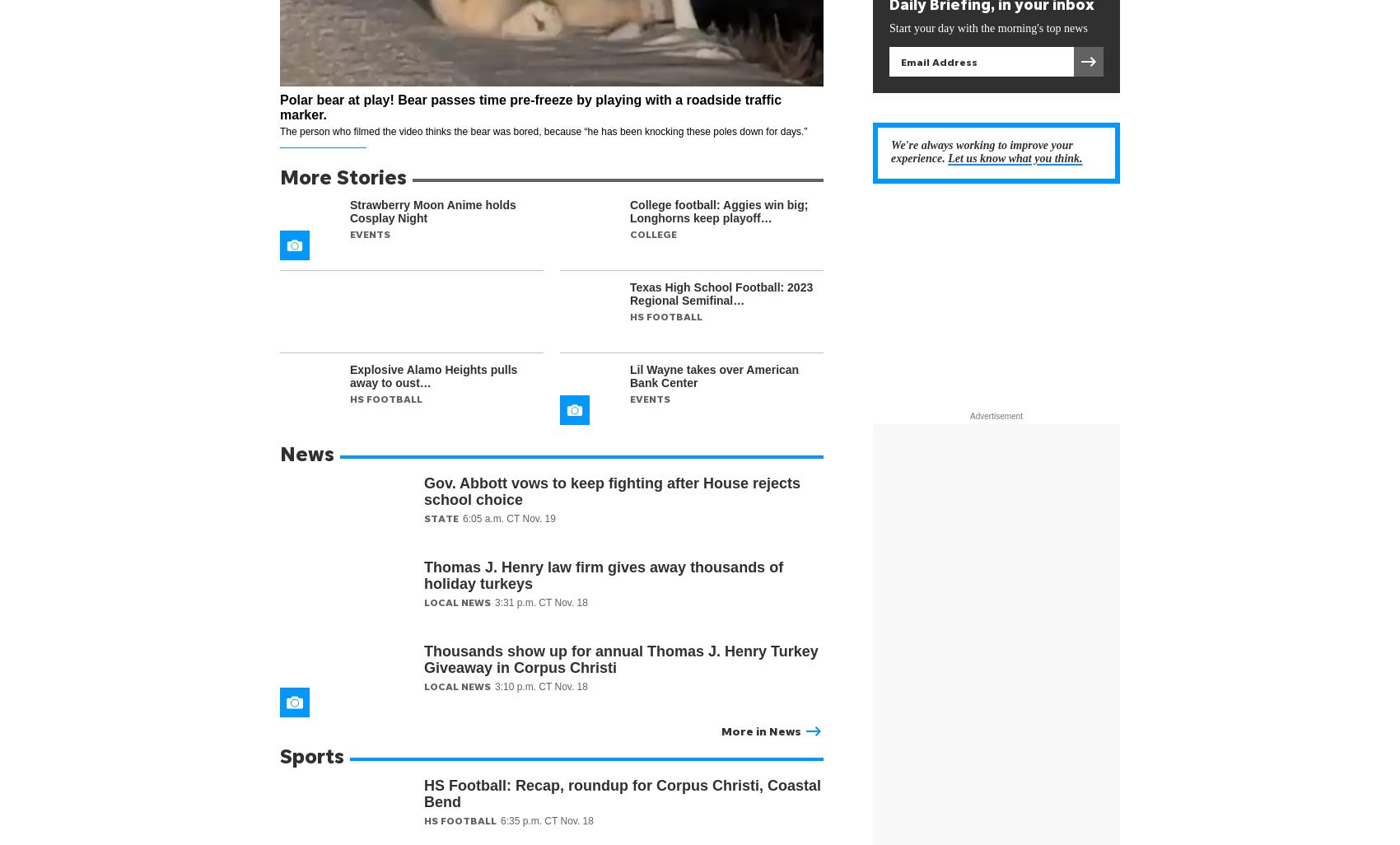  I want to click on 'Thomas J. Henry law firm gives away thousands of holiday turkeys', so click(604, 575).